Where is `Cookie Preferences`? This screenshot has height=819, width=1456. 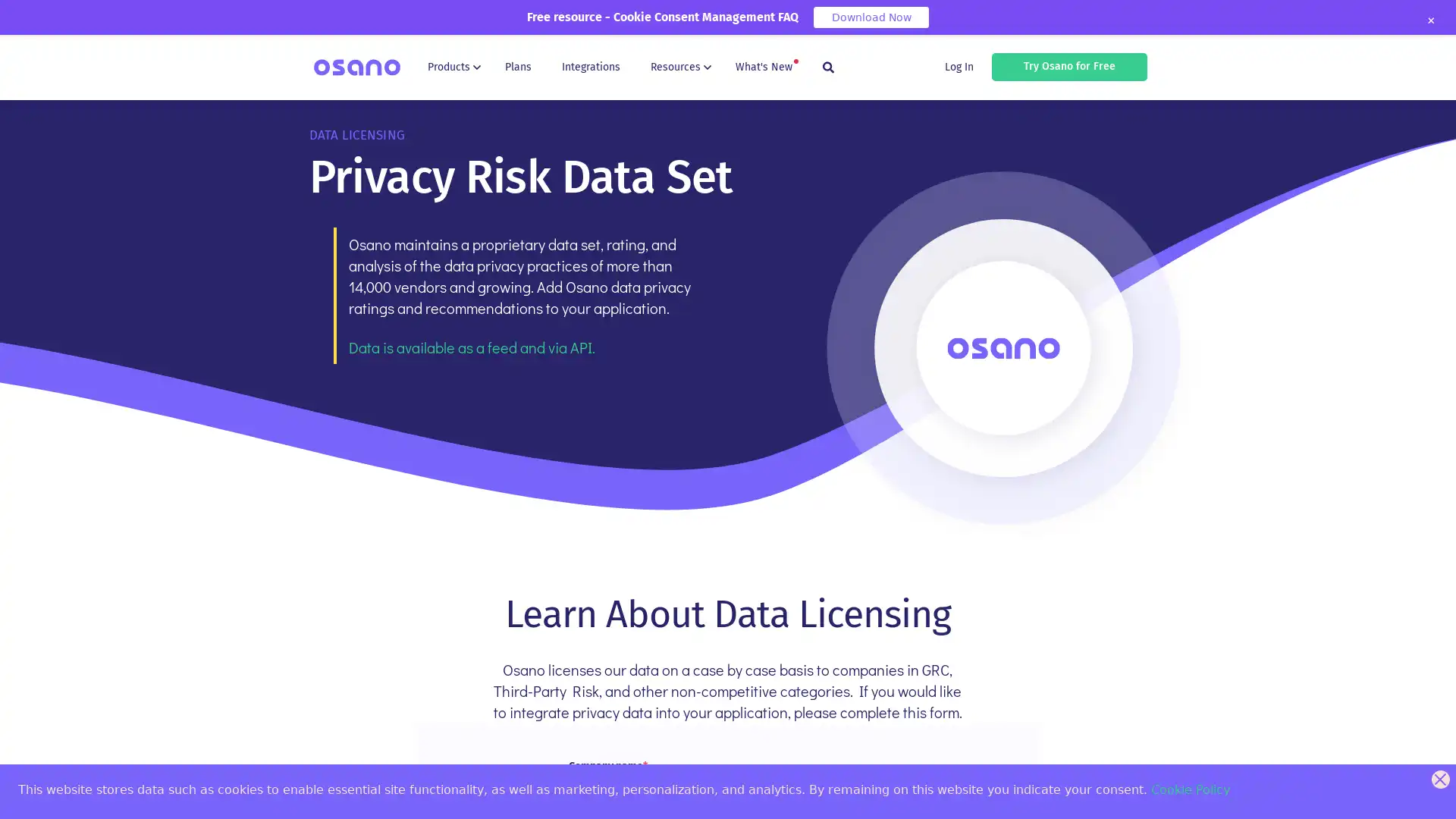
Cookie Preferences is located at coordinates (24, 794).